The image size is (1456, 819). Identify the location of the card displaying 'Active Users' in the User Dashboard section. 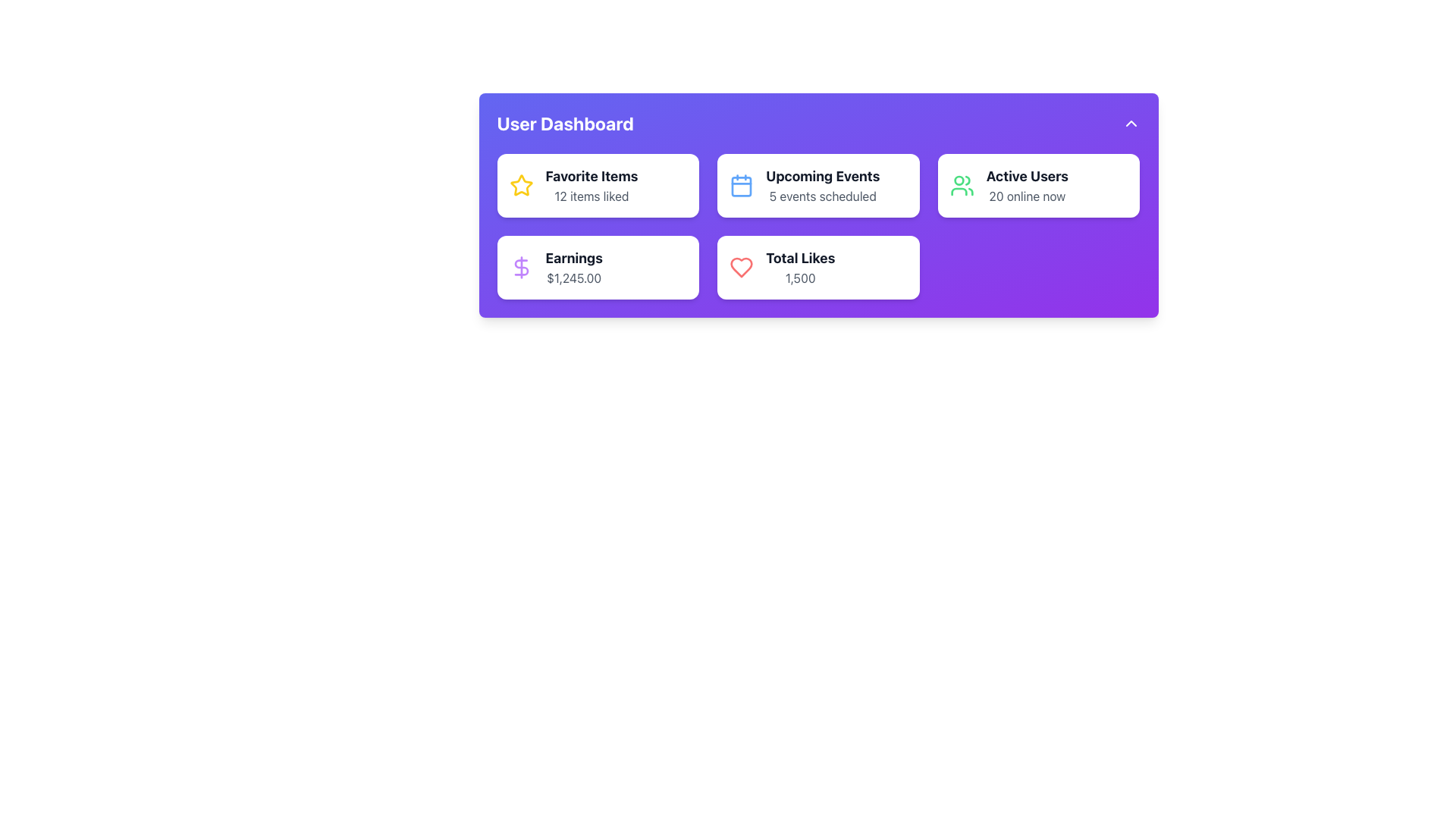
(1038, 185).